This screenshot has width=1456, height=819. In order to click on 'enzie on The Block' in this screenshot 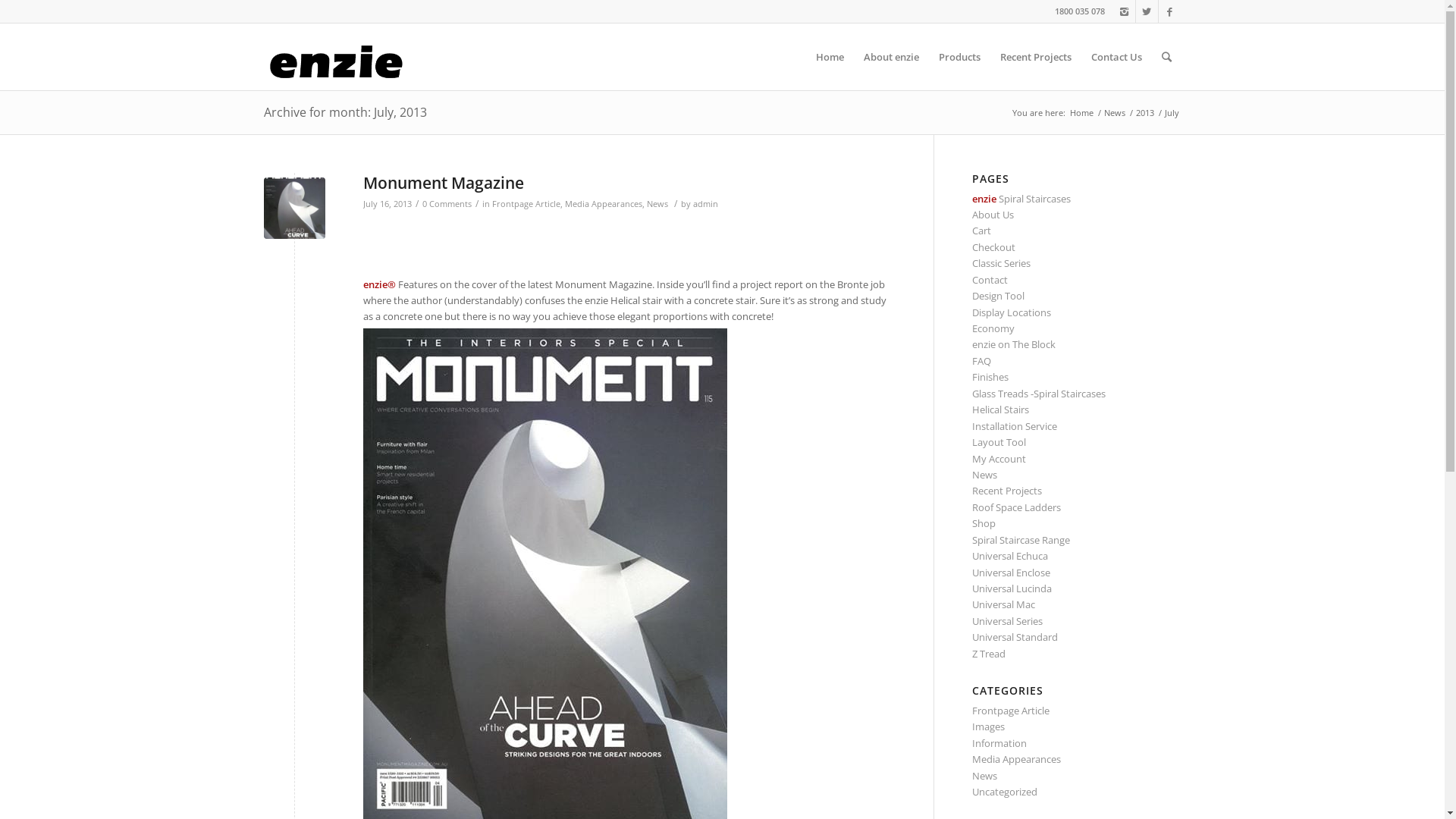, I will do `click(1014, 344)`.